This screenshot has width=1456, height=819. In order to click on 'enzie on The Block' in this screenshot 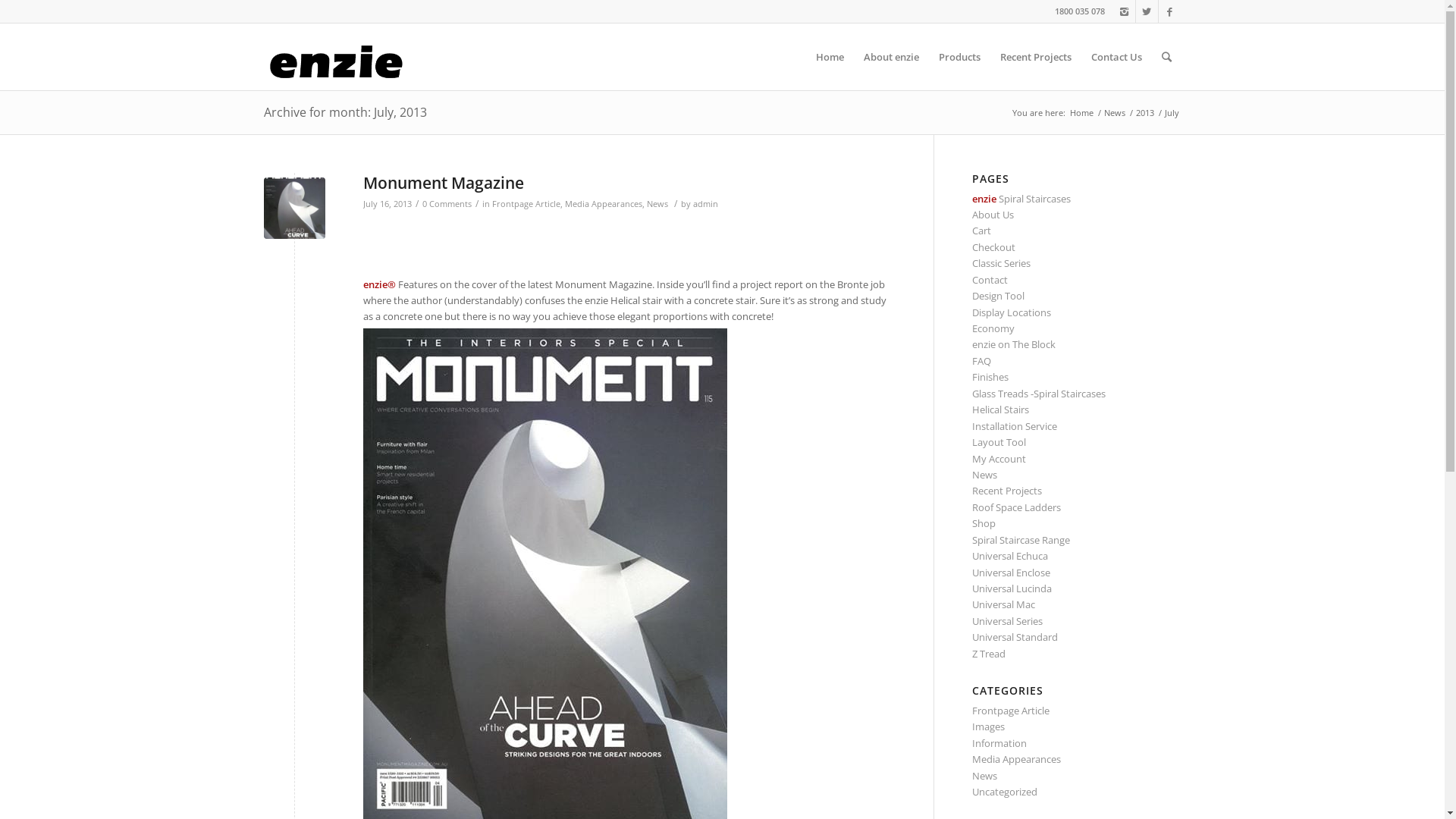, I will do `click(1014, 344)`.